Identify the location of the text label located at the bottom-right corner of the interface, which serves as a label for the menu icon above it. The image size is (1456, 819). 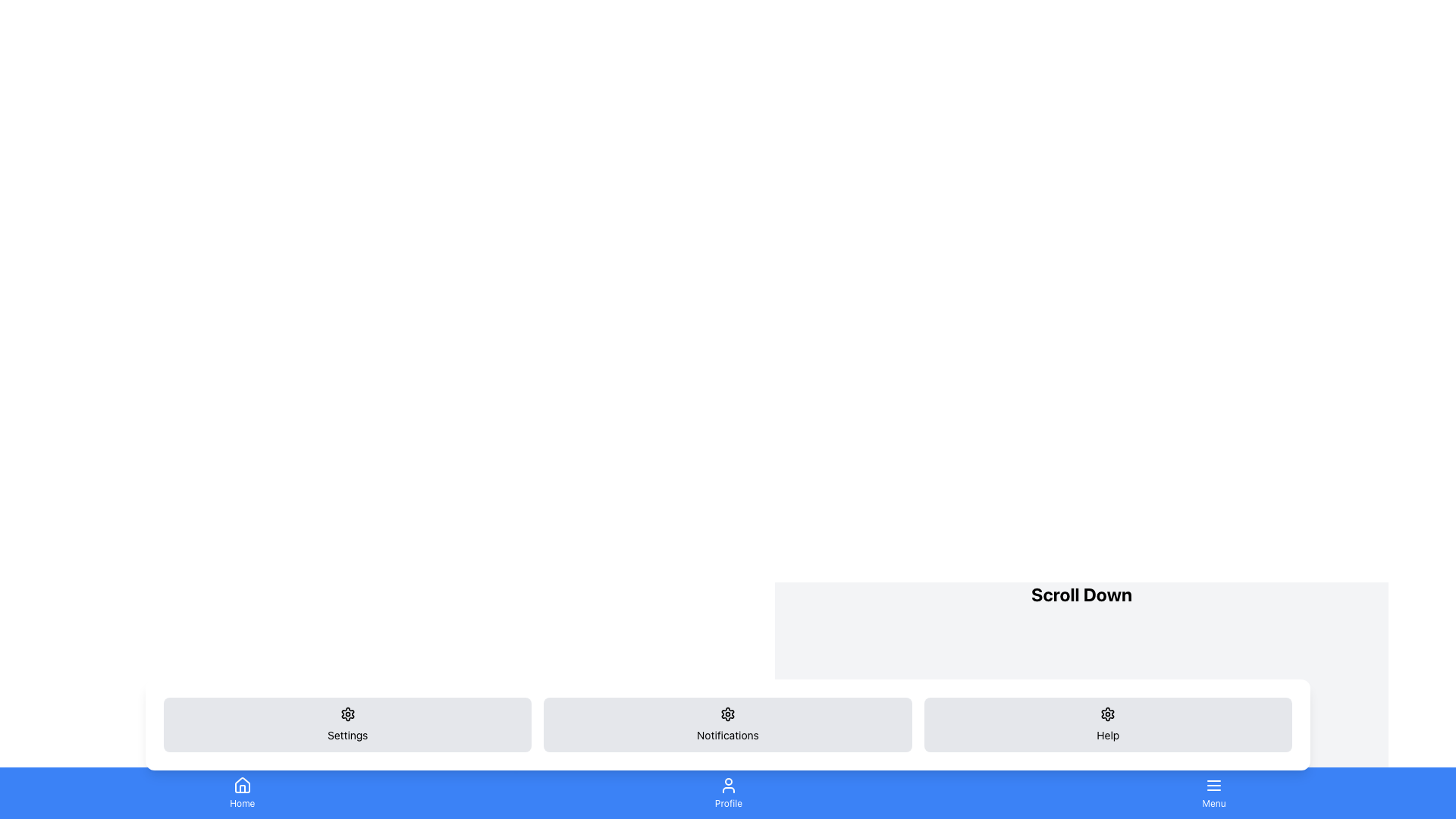
(1214, 803).